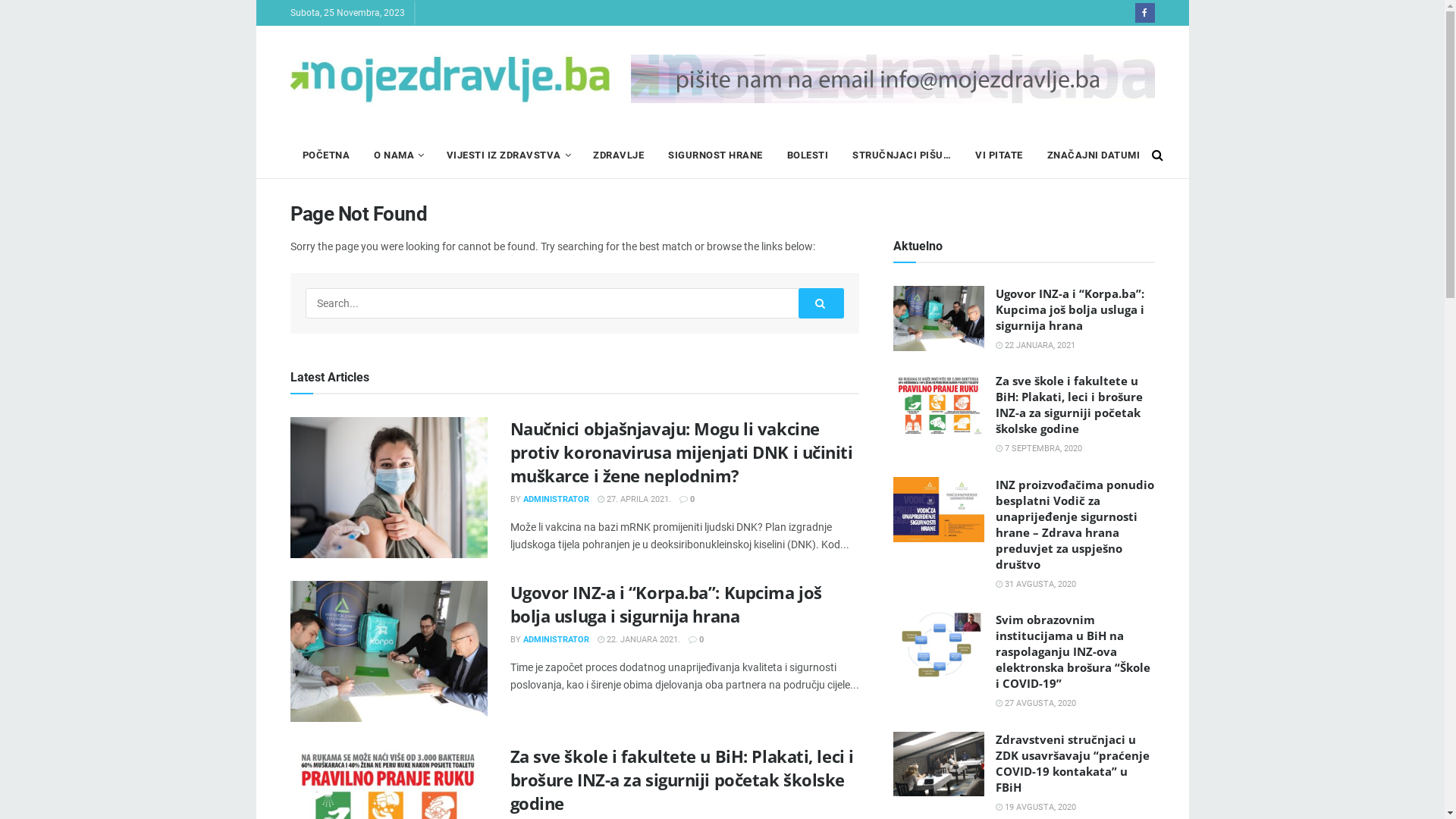  What do you see at coordinates (994, 806) in the screenshot?
I see `'19 AVGUSTA, 2020'` at bounding box center [994, 806].